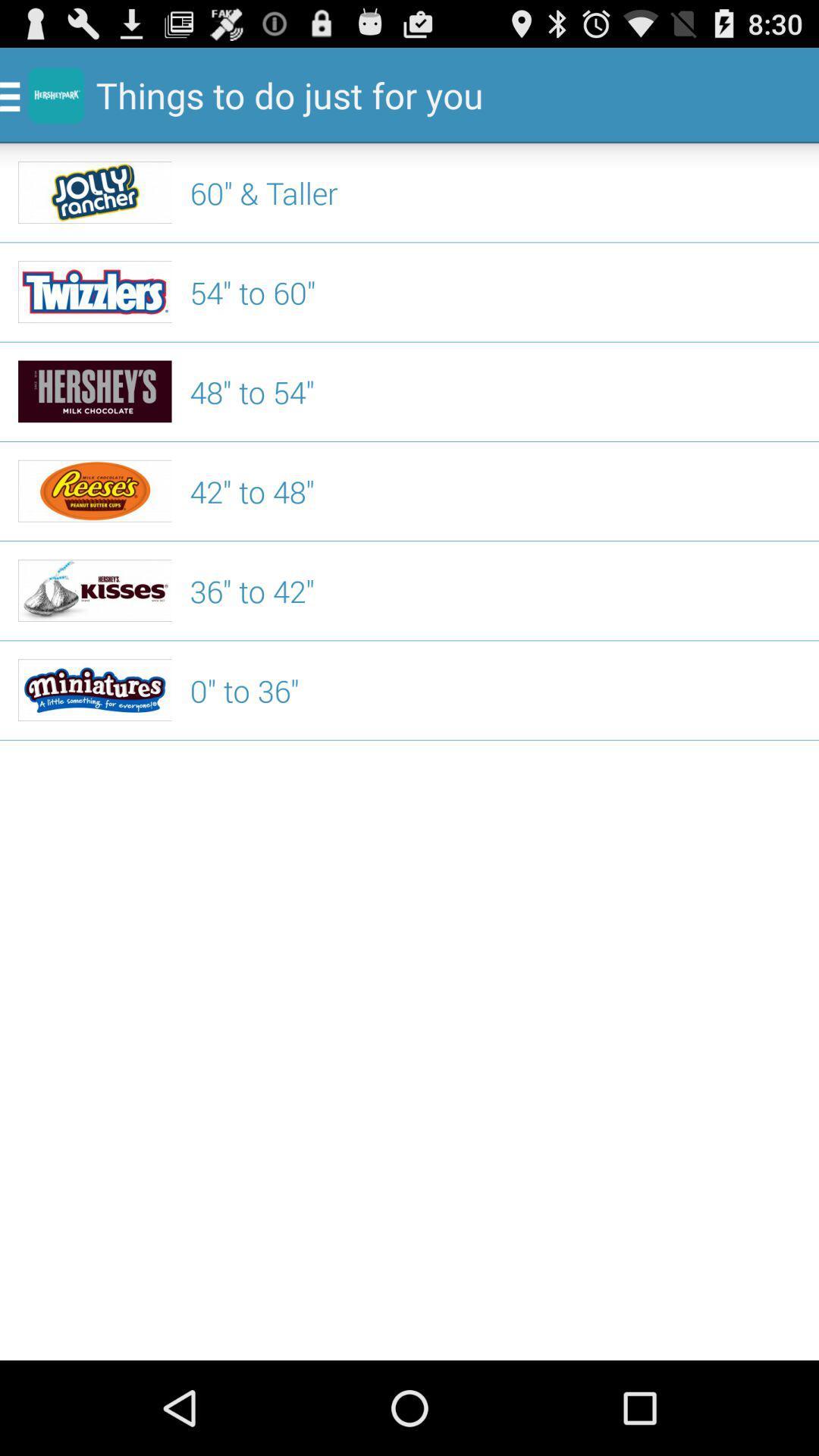 The image size is (819, 1456). I want to click on the item above the 54" to 60", so click(495, 192).